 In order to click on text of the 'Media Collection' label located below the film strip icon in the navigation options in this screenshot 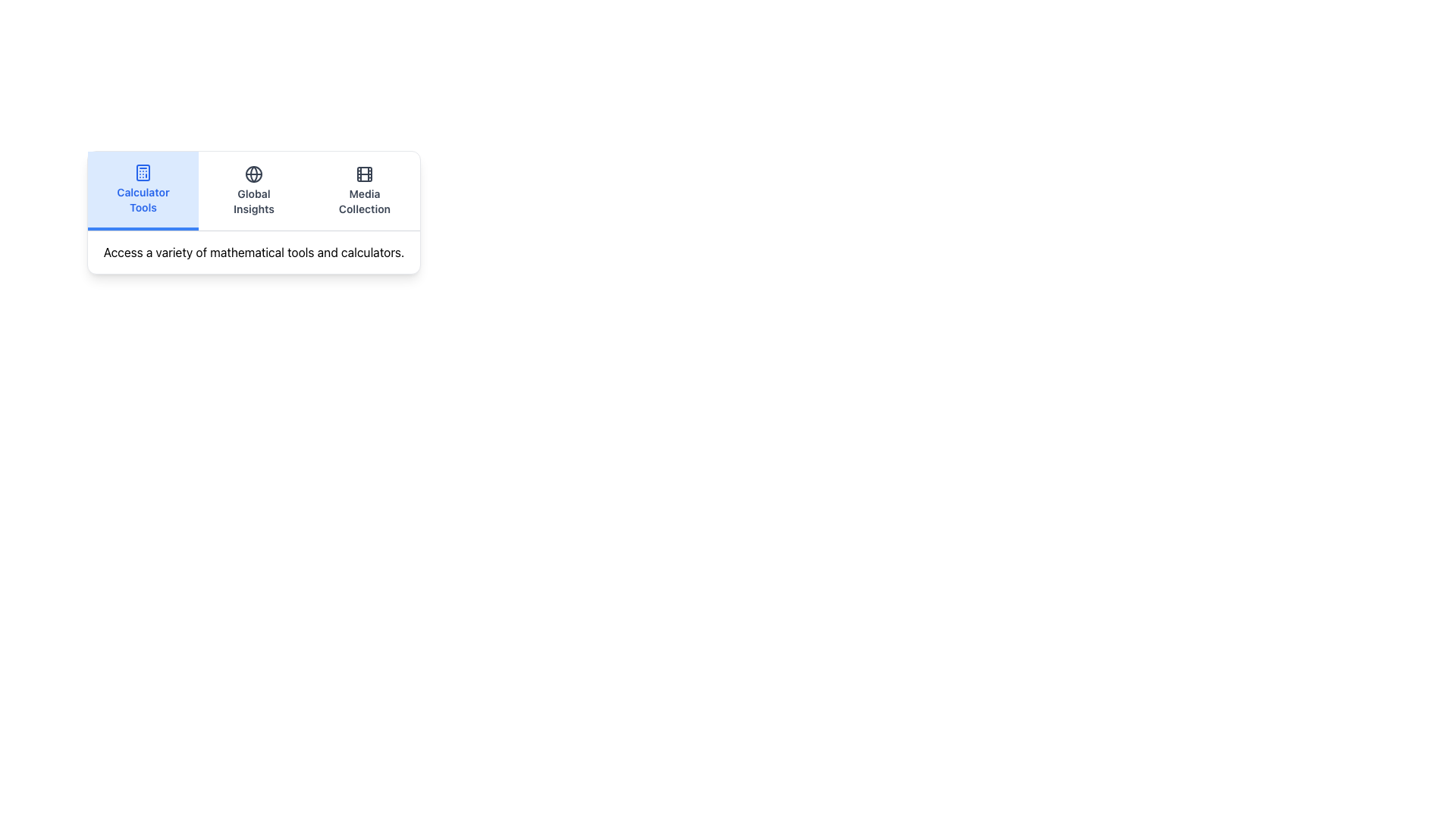, I will do `click(364, 201)`.